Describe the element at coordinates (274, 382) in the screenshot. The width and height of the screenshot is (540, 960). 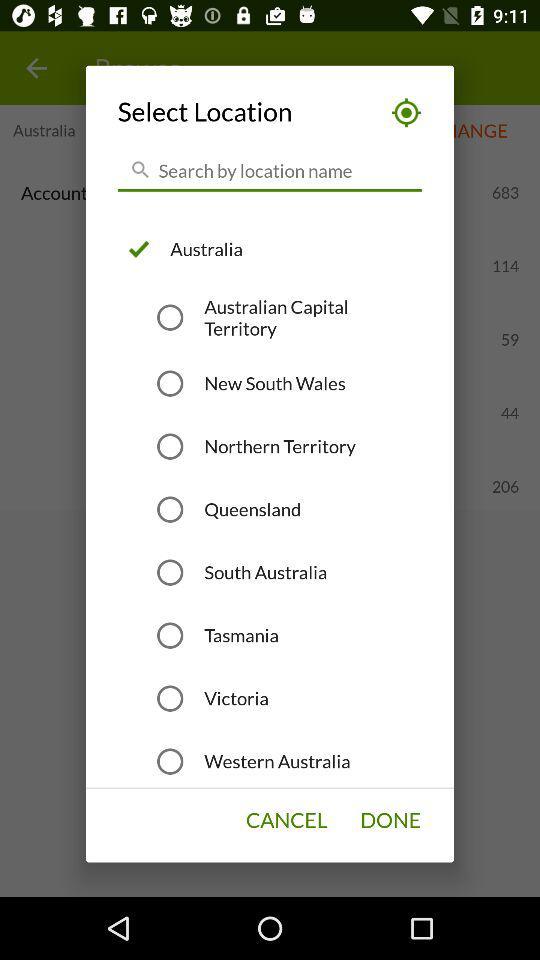
I see `the icon below the australian capital territory icon` at that location.